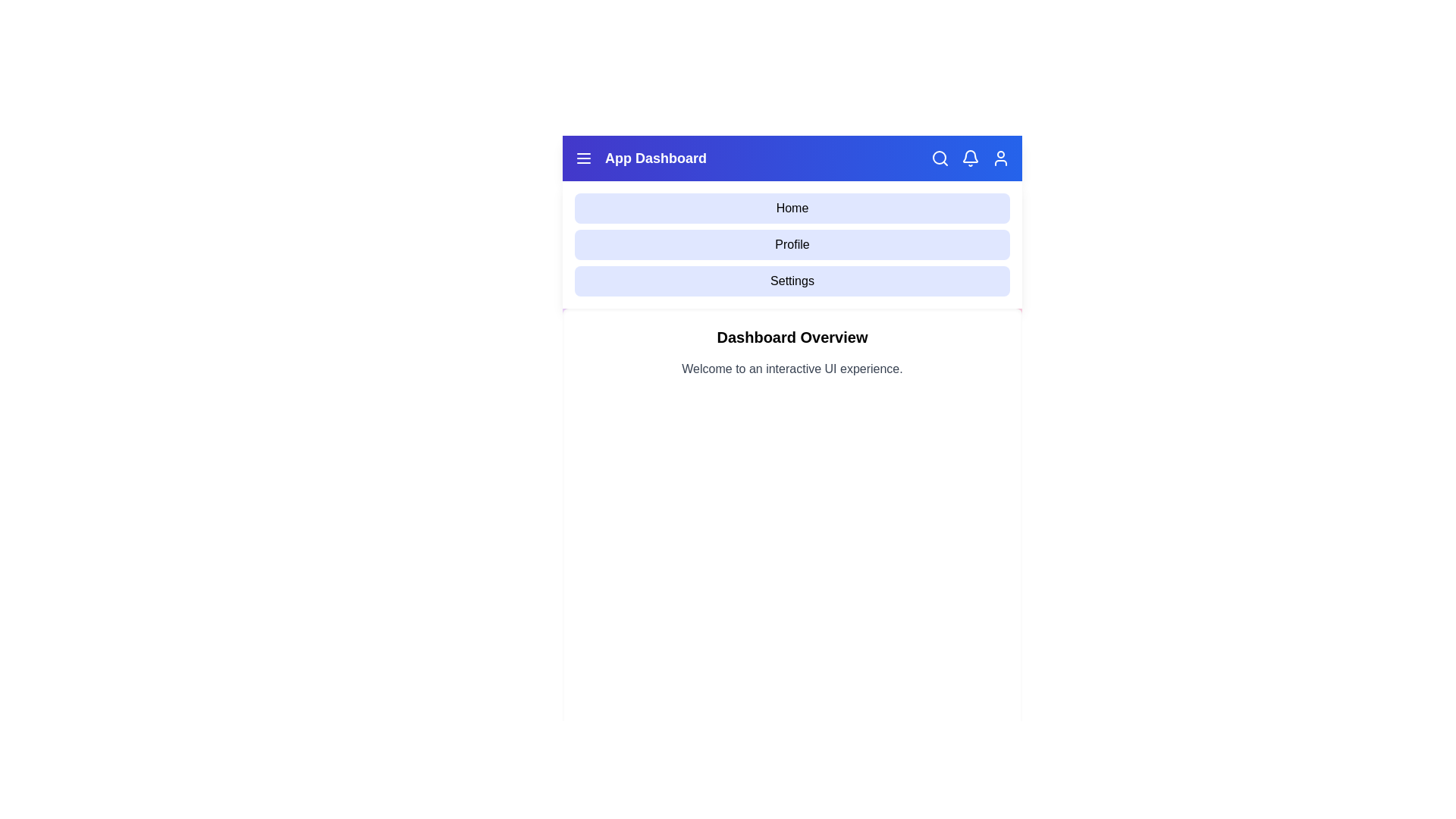 This screenshot has width=1456, height=819. I want to click on the user profile icon in the navigation bar, so click(1001, 158).